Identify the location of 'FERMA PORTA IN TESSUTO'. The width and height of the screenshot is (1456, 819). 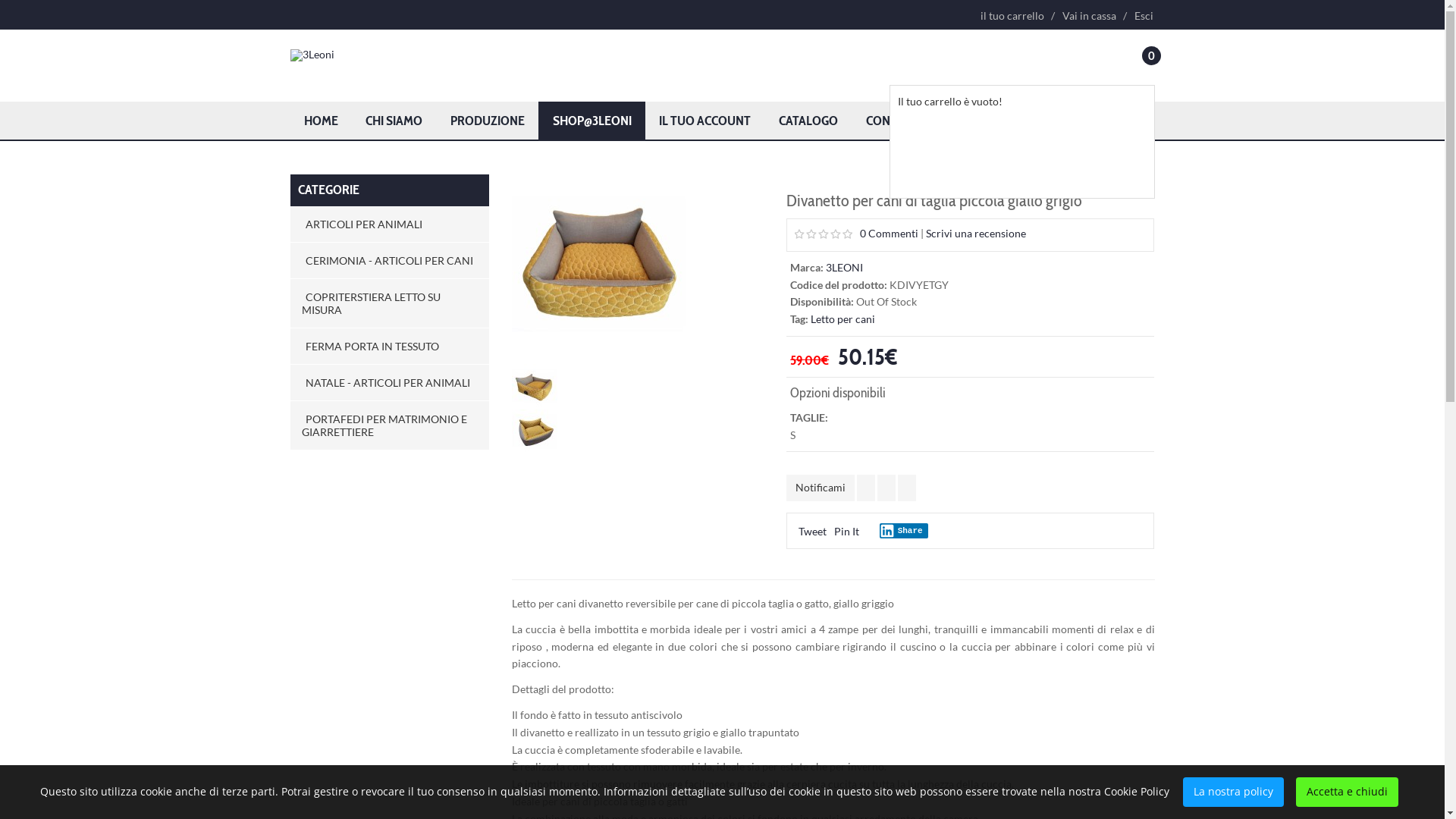
(389, 346).